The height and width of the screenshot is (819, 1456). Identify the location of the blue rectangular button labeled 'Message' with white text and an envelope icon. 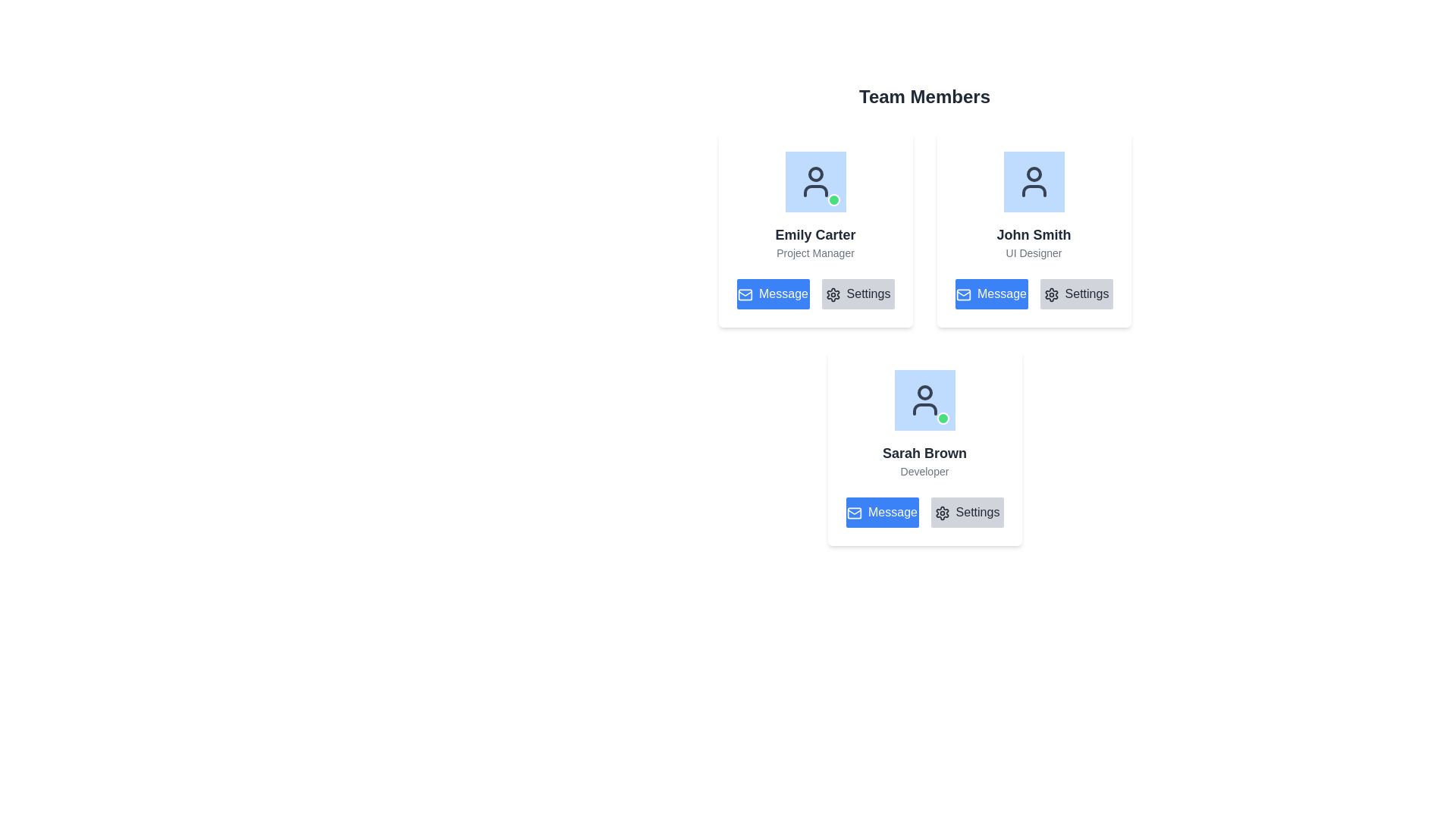
(991, 294).